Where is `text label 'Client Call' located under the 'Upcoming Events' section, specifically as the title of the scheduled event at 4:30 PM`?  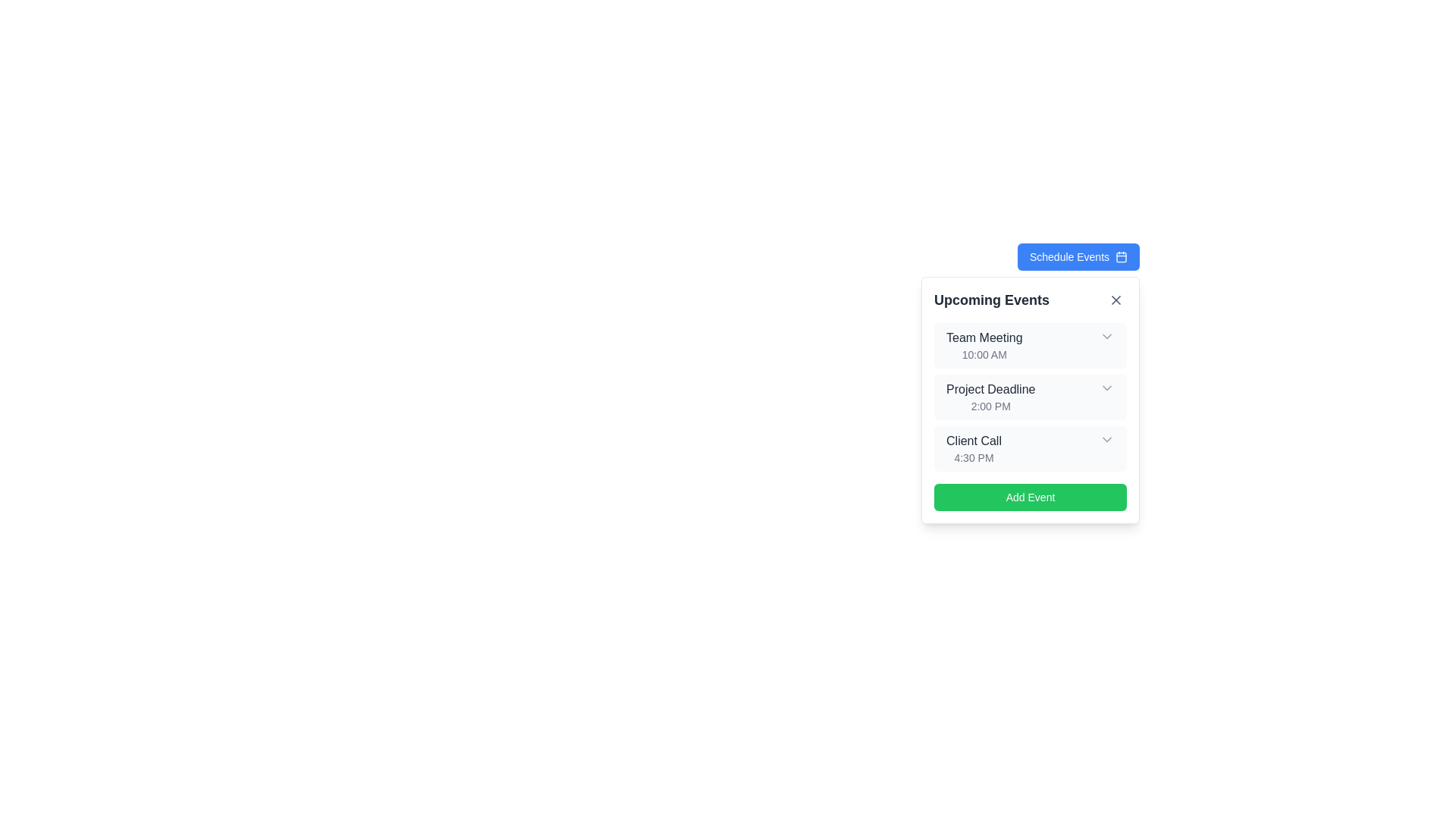
text label 'Client Call' located under the 'Upcoming Events' section, specifically as the title of the scheduled event at 4:30 PM is located at coordinates (974, 441).